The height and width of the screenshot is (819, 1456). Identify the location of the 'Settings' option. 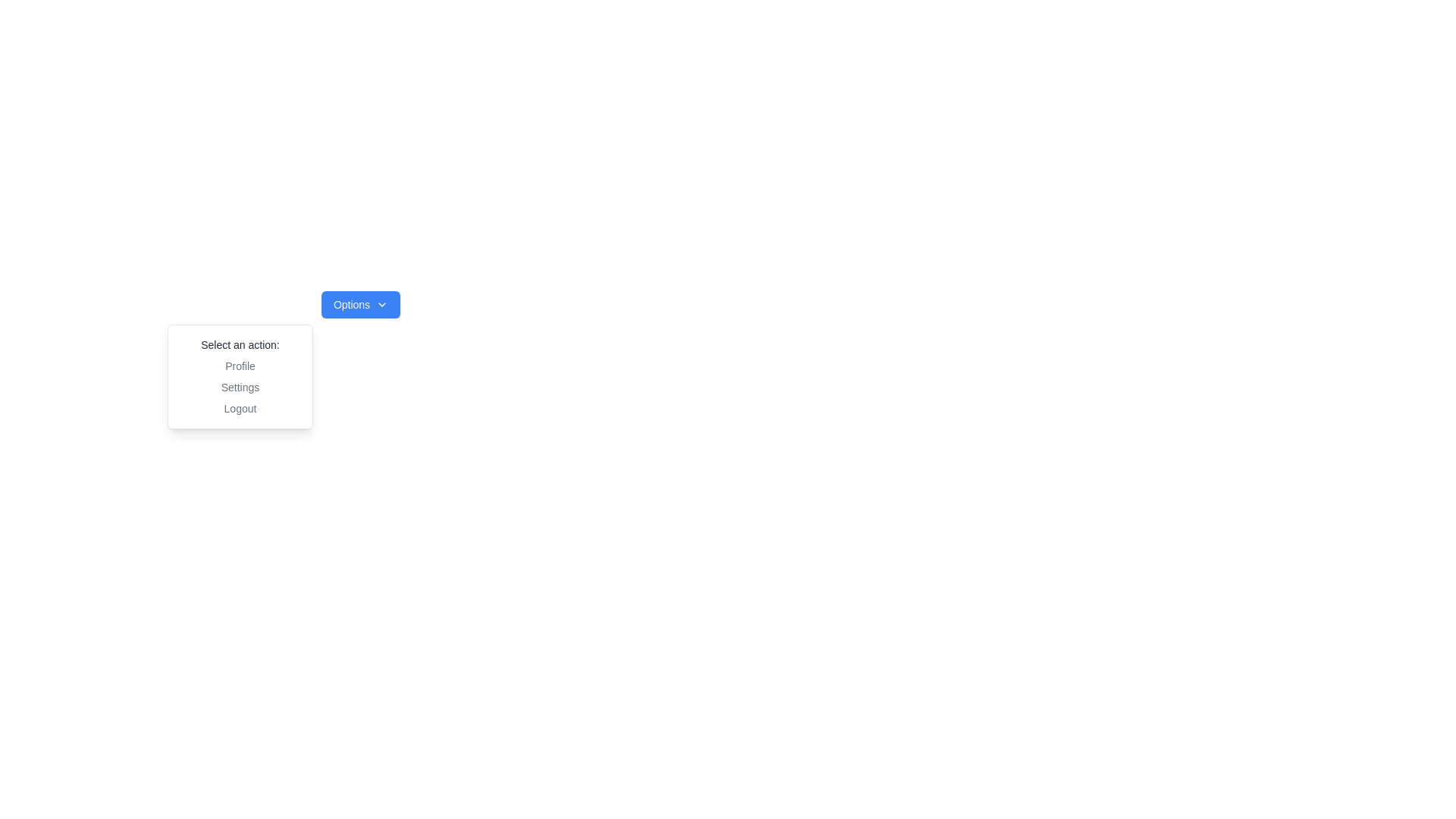
(239, 386).